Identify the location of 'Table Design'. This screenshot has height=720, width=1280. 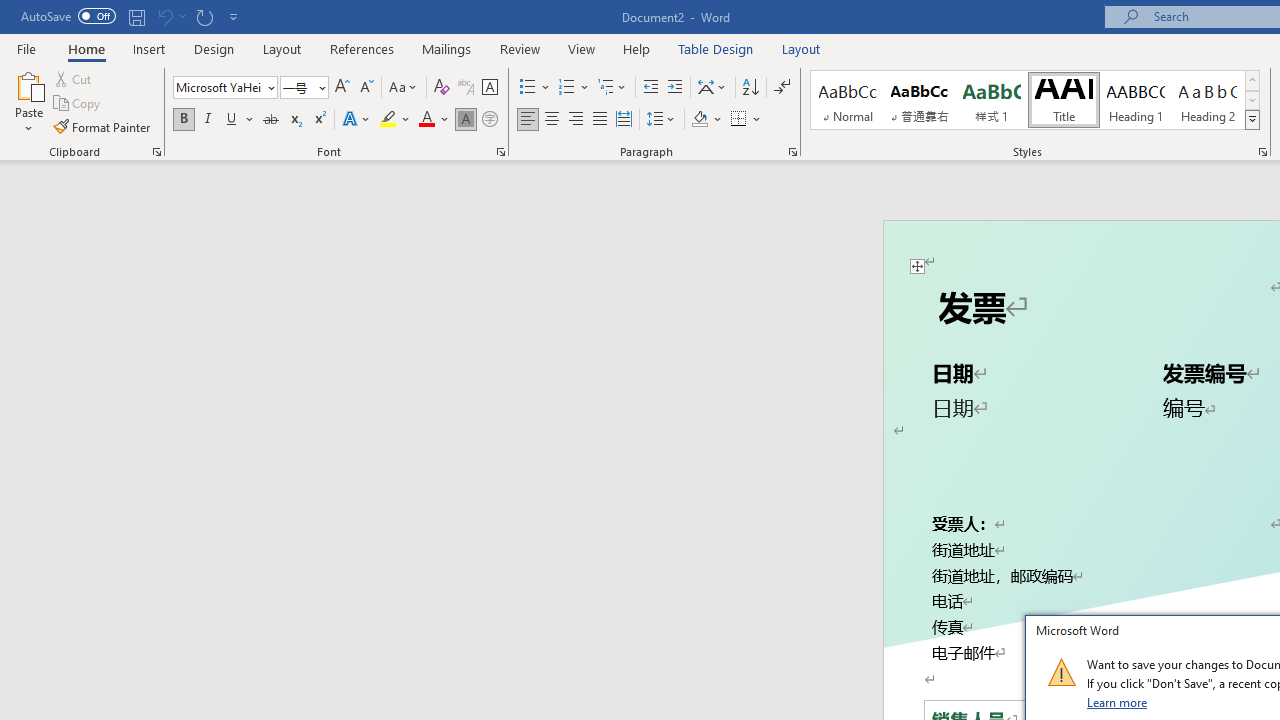
(716, 48).